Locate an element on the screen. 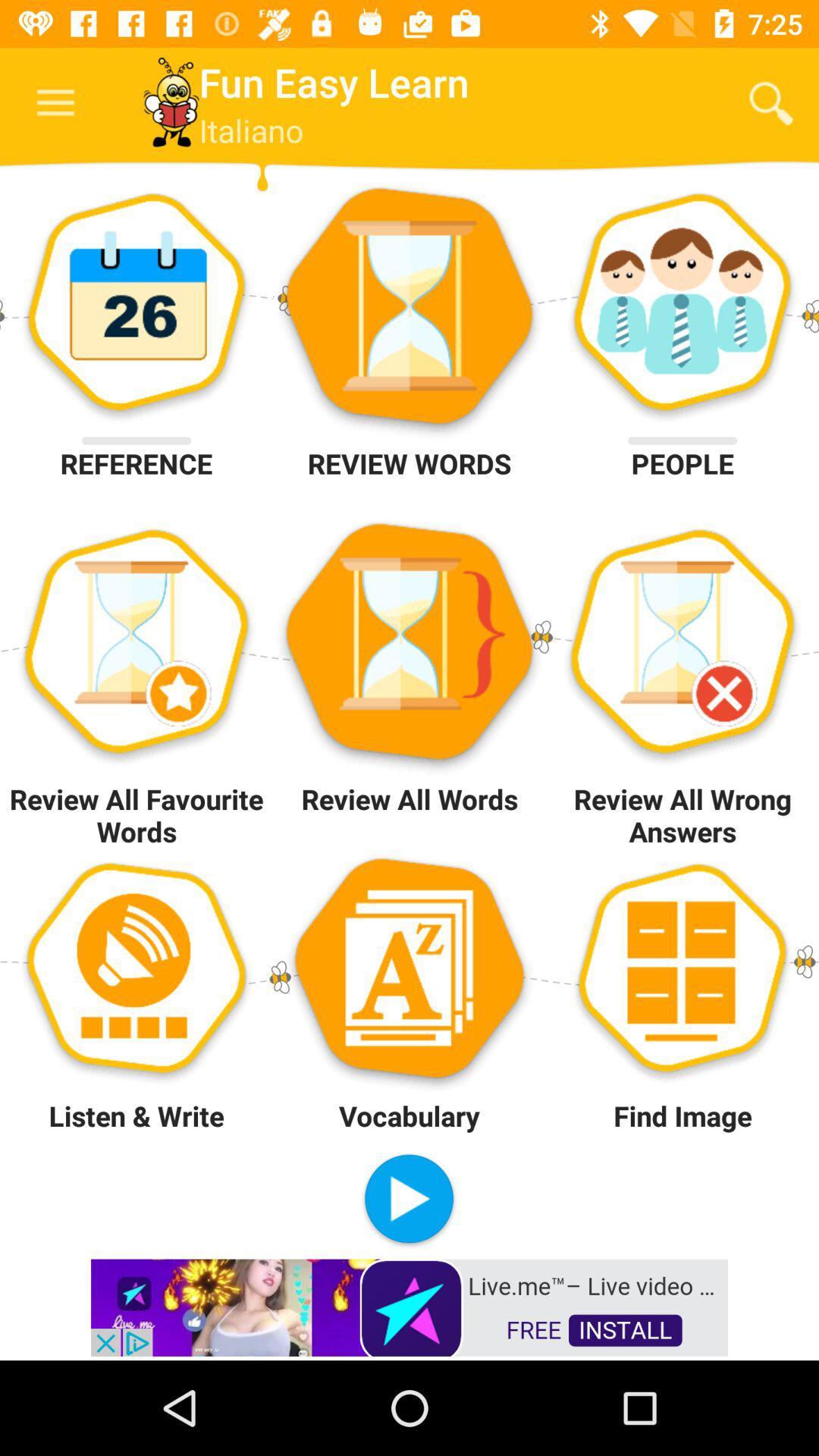 The image size is (819, 1456). open advertisement is located at coordinates (409, 1306).